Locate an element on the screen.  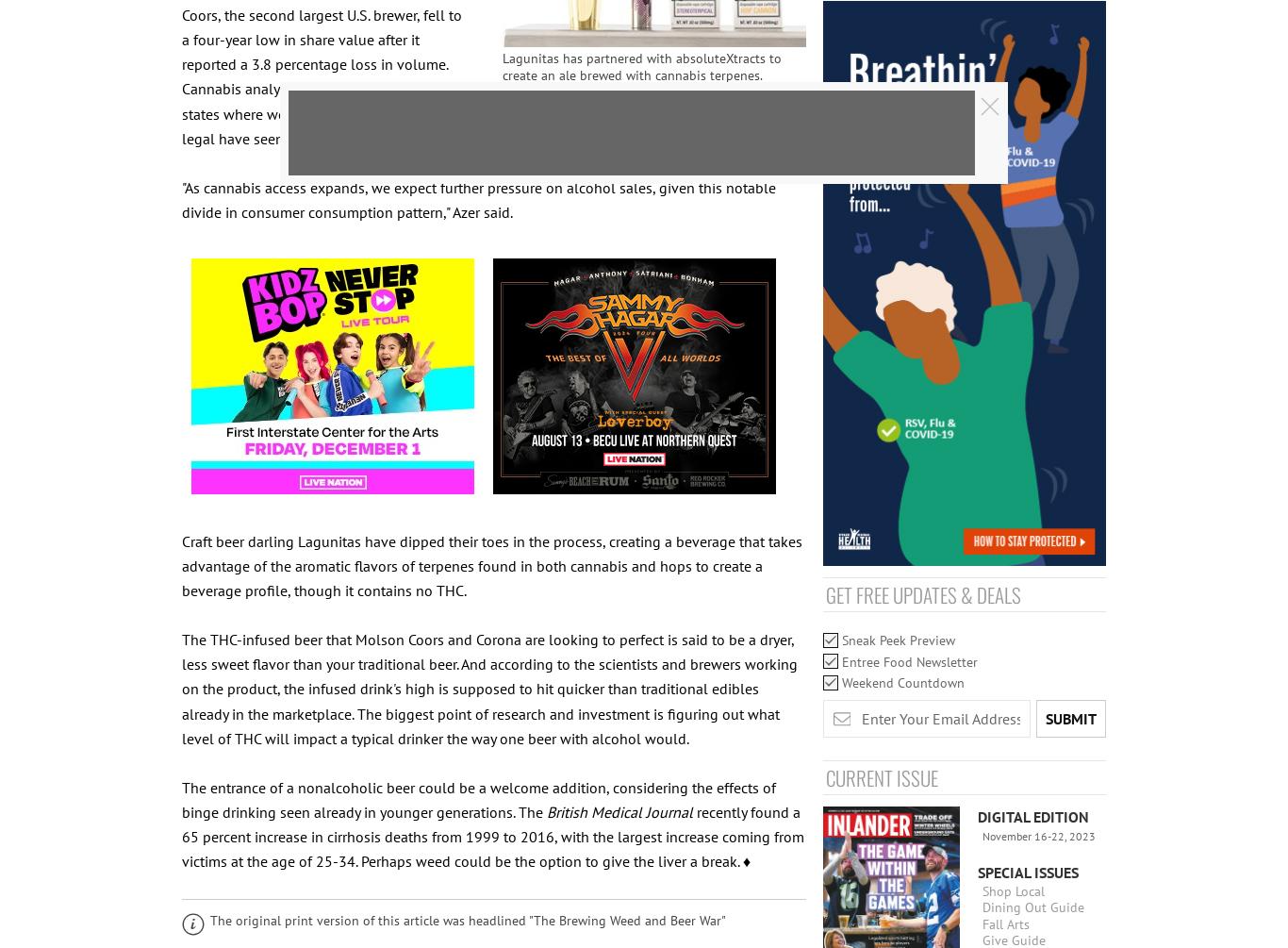
'The entrance of a nonalcoholic beer could be a welcome addition, considering the effects of binge drinking seen already in younger generations. The' is located at coordinates (479, 799).